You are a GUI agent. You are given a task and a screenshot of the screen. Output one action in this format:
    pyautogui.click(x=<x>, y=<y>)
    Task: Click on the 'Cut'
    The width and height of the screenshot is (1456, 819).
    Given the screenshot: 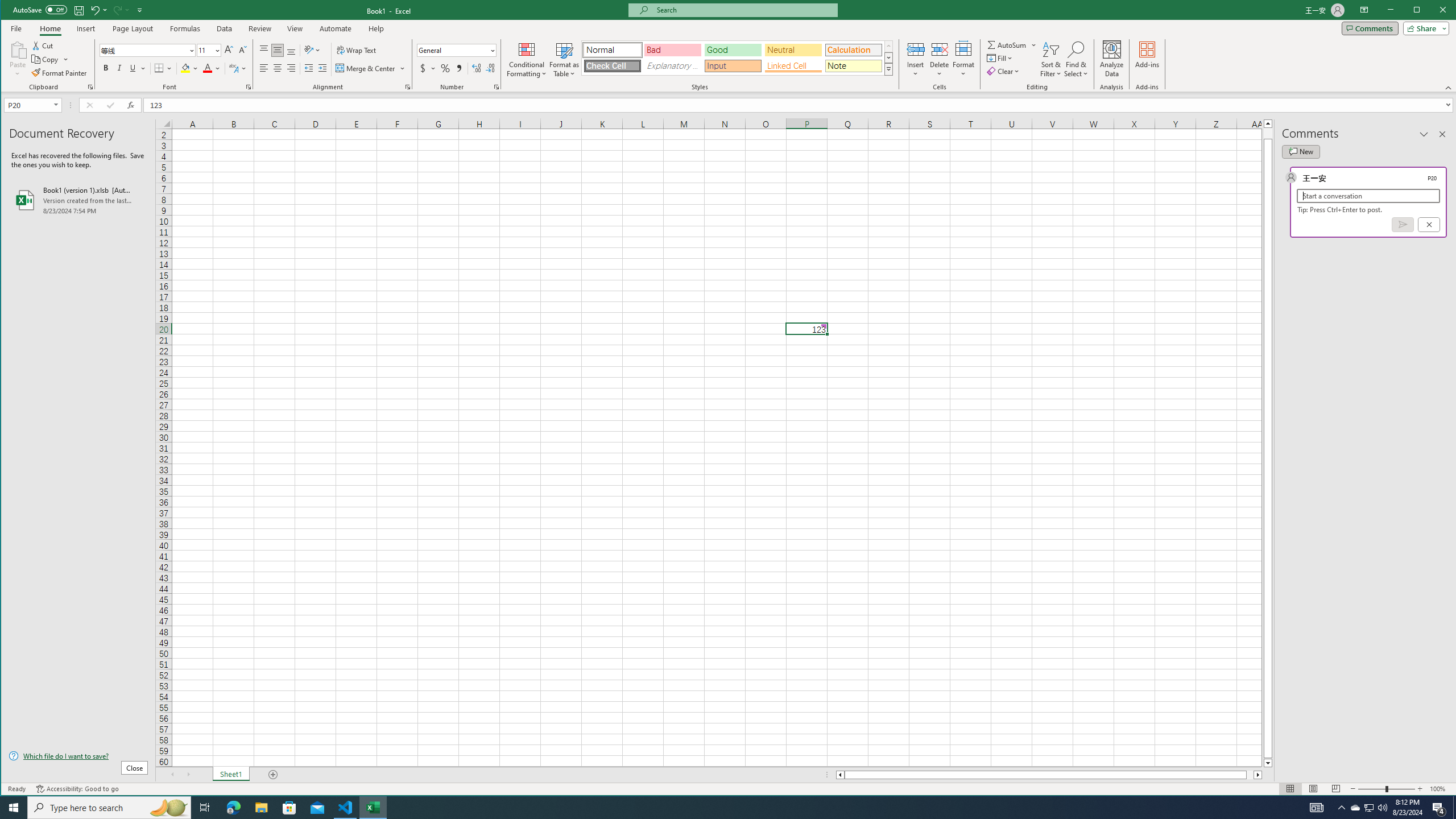 What is the action you would take?
    pyautogui.click(x=42, y=45)
    